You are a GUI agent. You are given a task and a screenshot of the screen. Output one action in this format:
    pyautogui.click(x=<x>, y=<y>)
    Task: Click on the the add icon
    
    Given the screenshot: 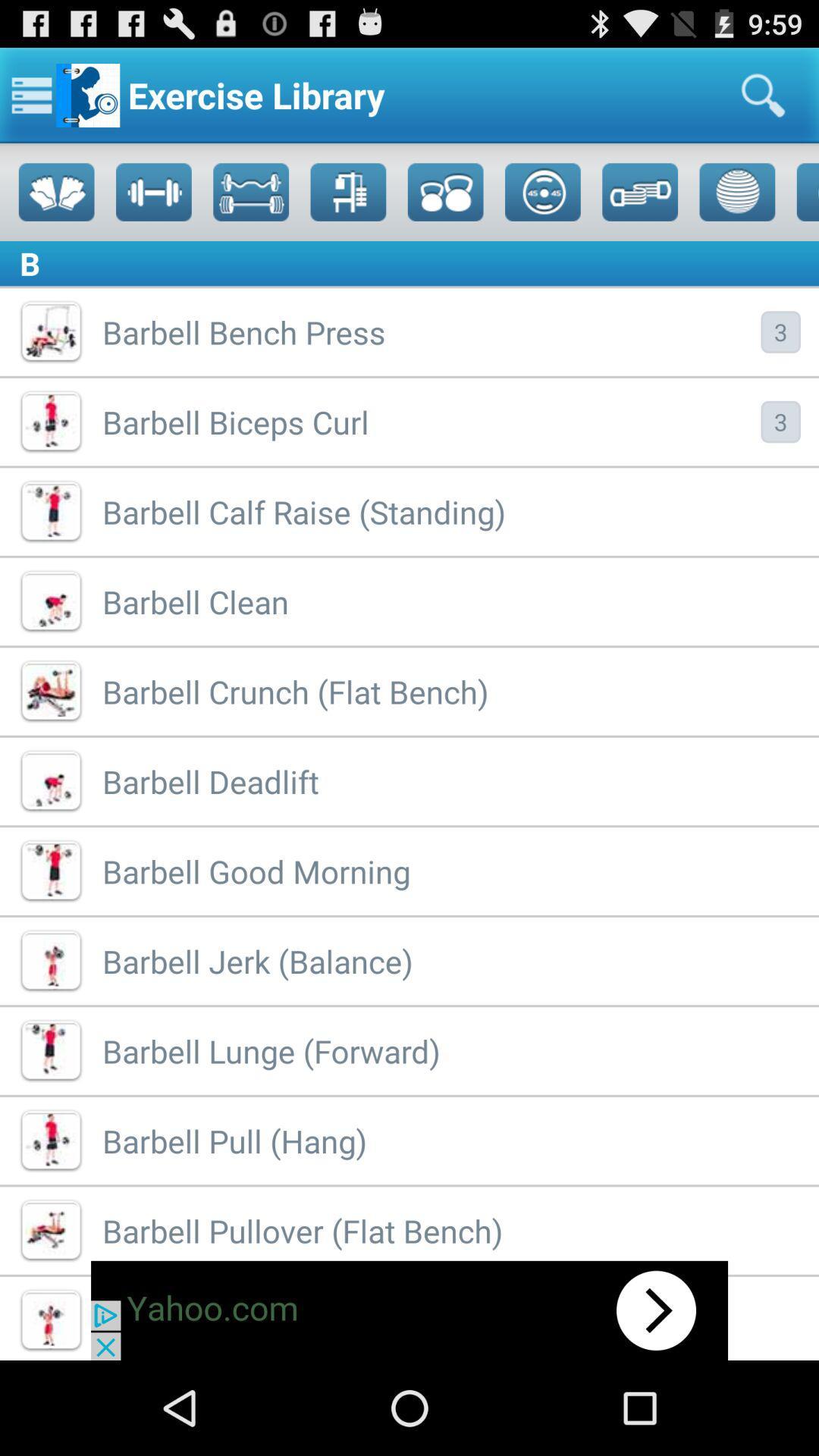 What is the action you would take?
    pyautogui.click(x=541, y=205)
    